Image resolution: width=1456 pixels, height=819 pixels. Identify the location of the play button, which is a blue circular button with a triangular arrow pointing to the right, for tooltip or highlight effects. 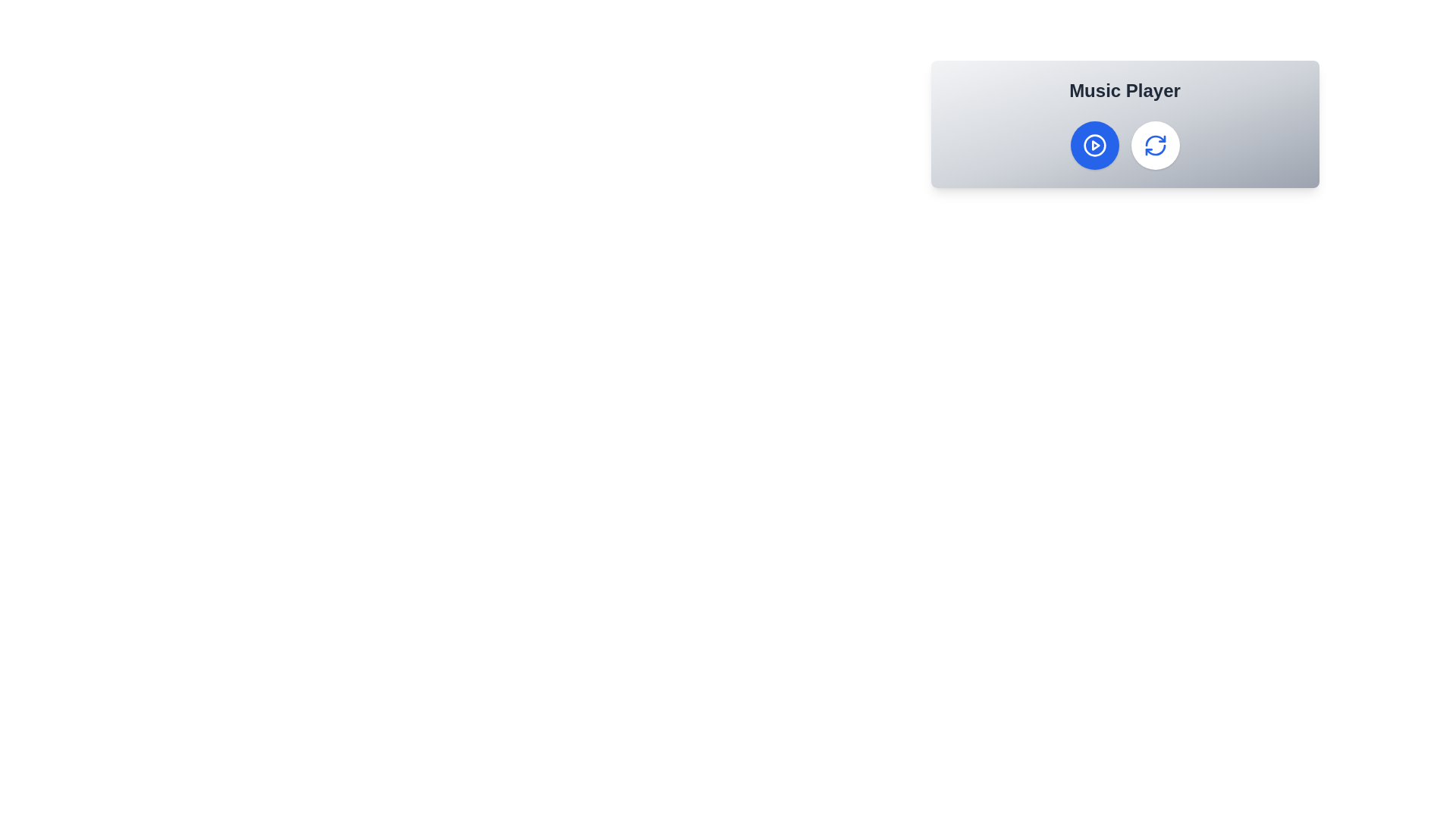
(1095, 146).